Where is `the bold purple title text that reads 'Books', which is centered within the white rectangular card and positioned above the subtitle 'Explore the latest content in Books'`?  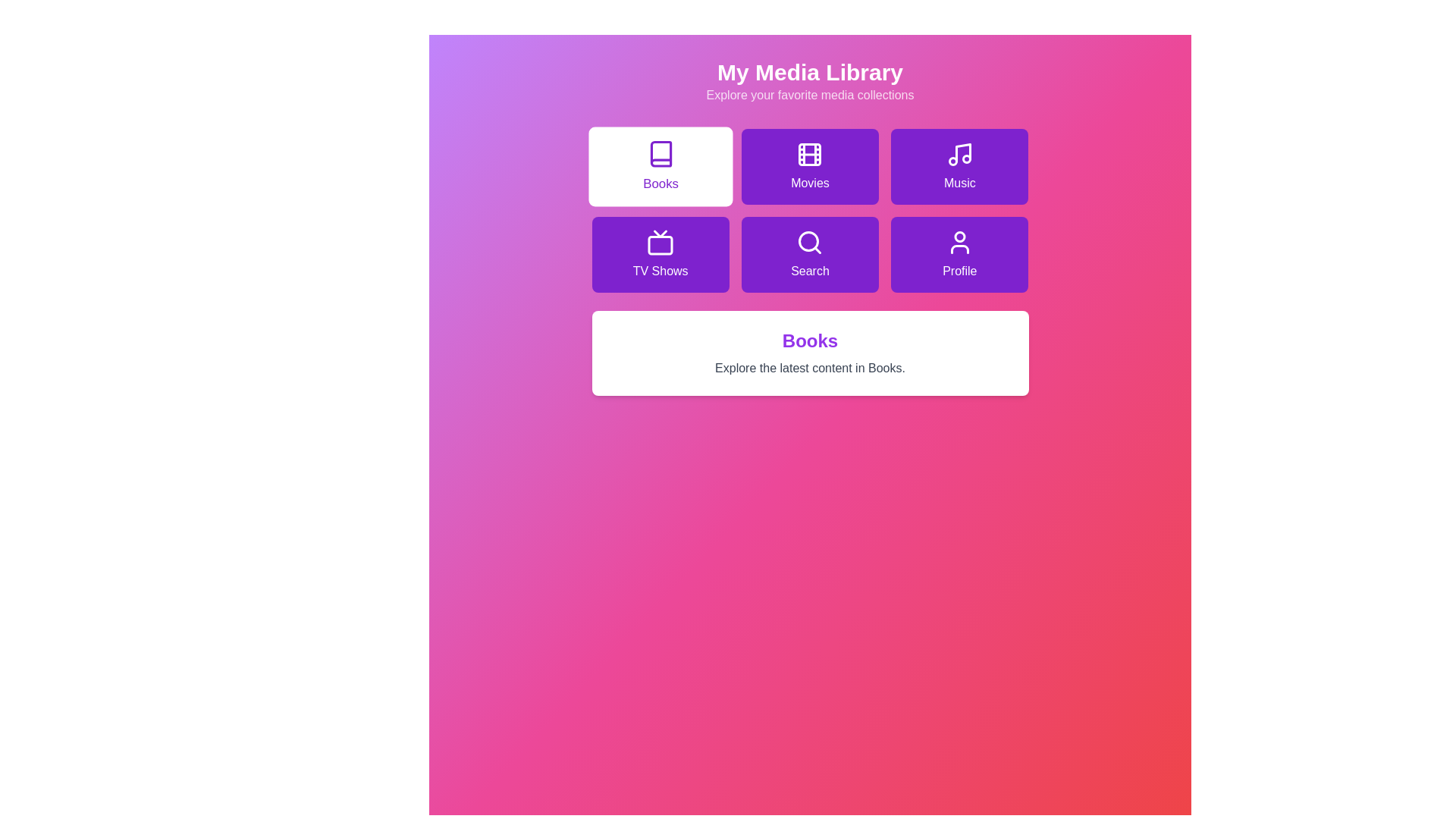 the bold purple title text that reads 'Books', which is centered within the white rectangular card and positioned above the subtitle 'Explore the latest content in Books' is located at coordinates (809, 341).